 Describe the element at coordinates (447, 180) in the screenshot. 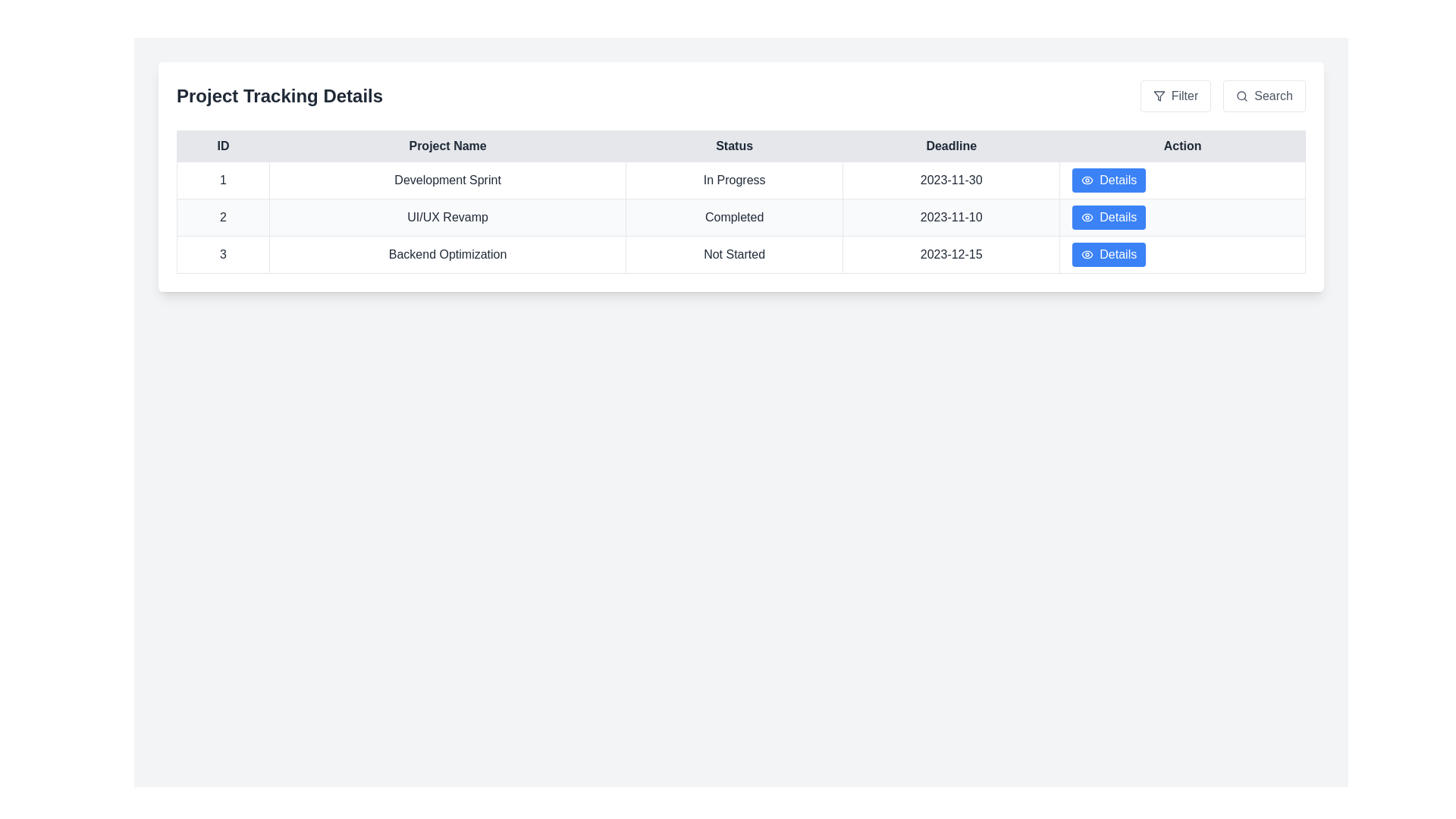

I see `text displayed in the text label that identifies the project name for the entry in the second column of the first row of the table` at that location.